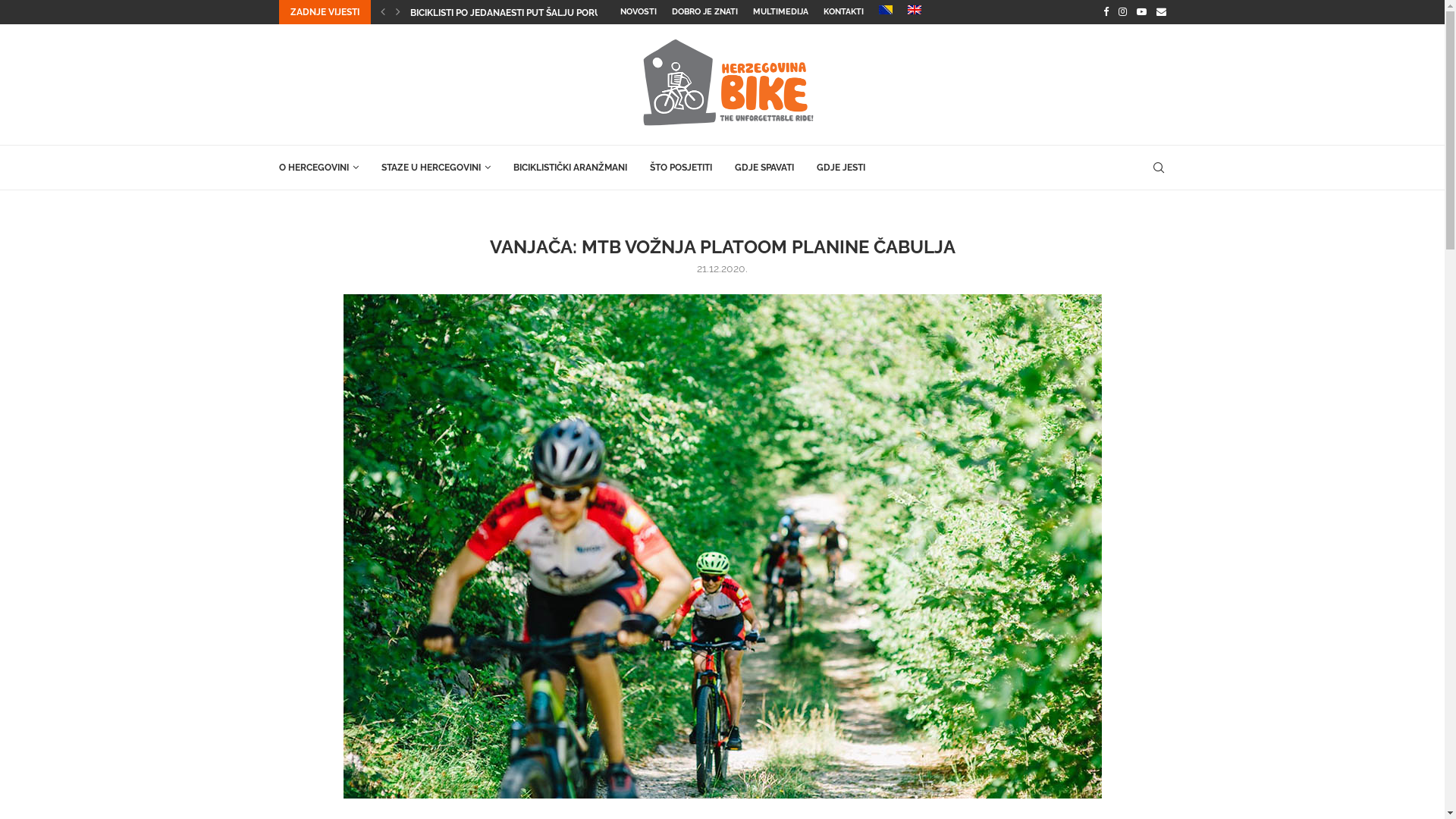 The height and width of the screenshot is (819, 1456). Describe the element at coordinates (780, 11) in the screenshot. I see `'MULTIMEDIJA'` at that location.